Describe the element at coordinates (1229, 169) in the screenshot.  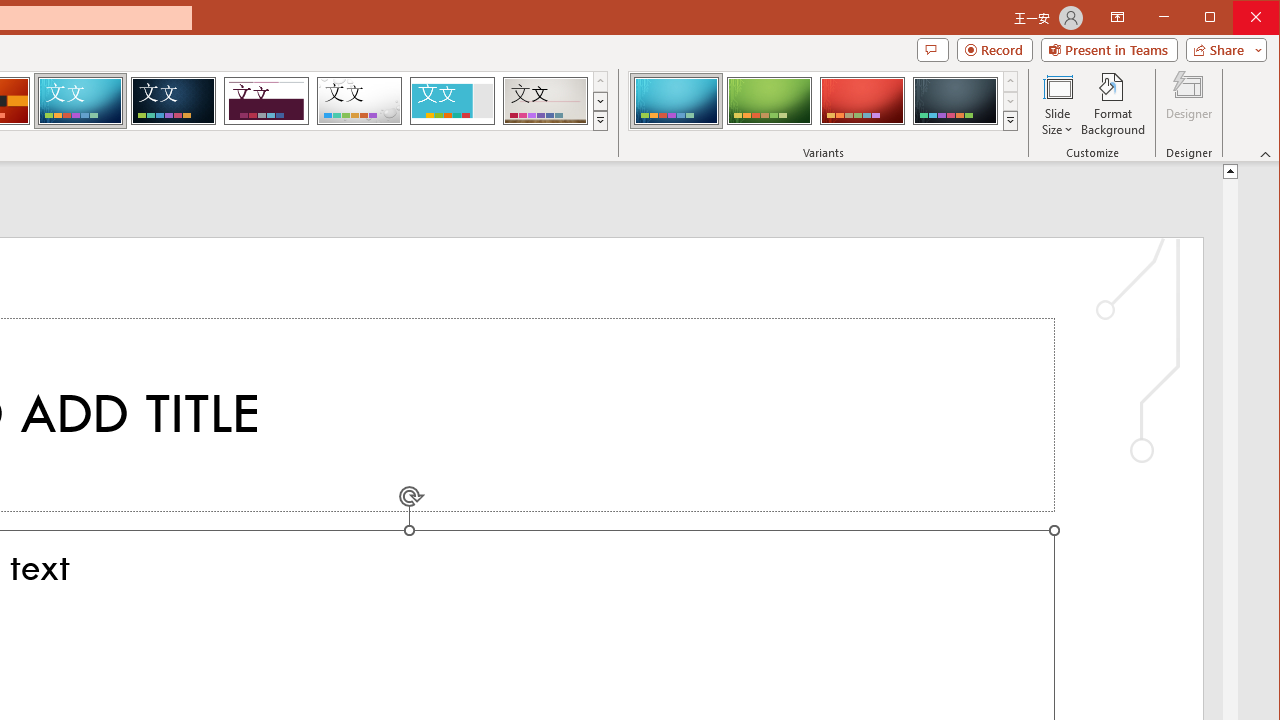
I see `'Line up'` at that location.